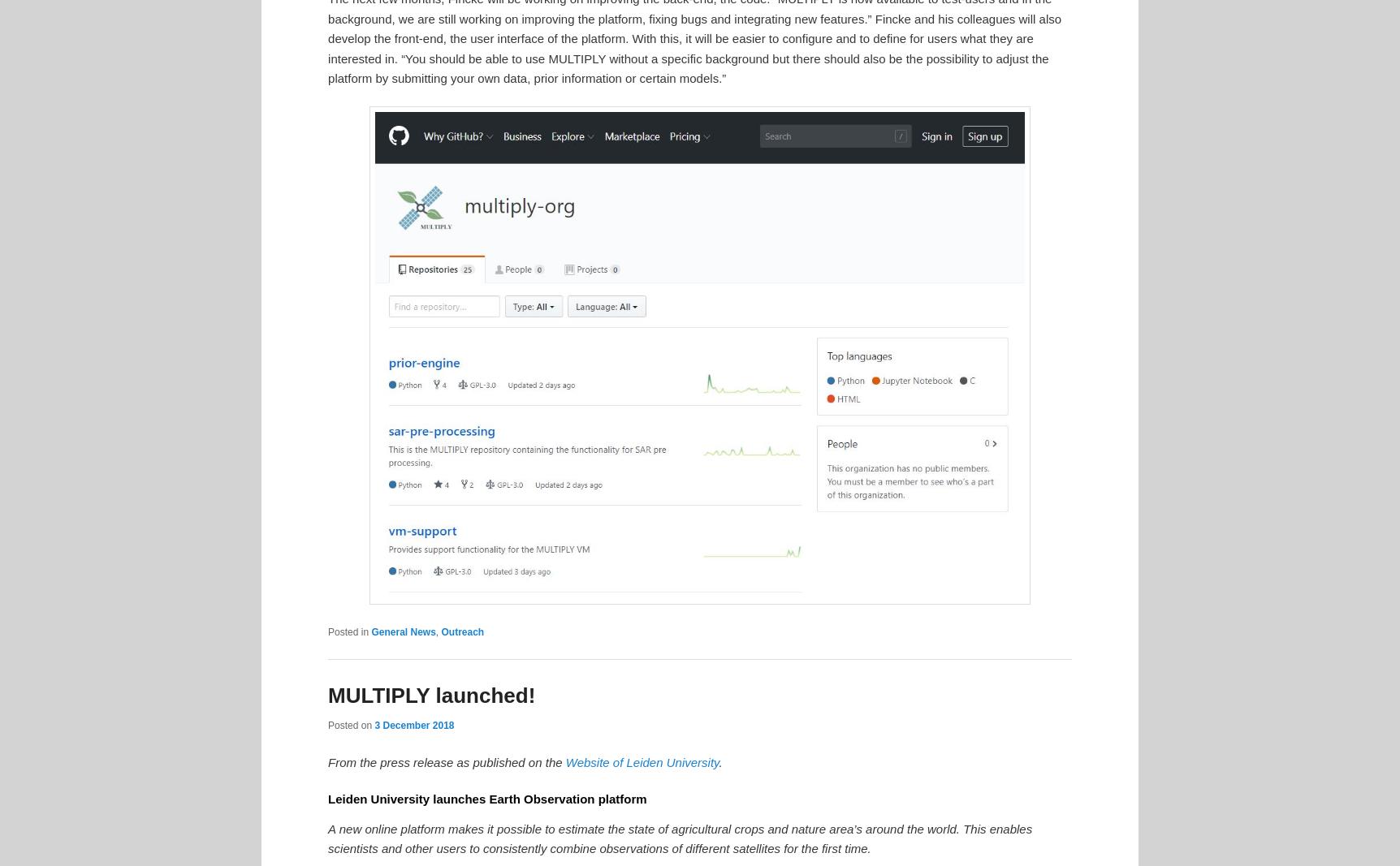 This screenshot has width=1400, height=866. I want to click on 'Posted in', so click(347, 630).